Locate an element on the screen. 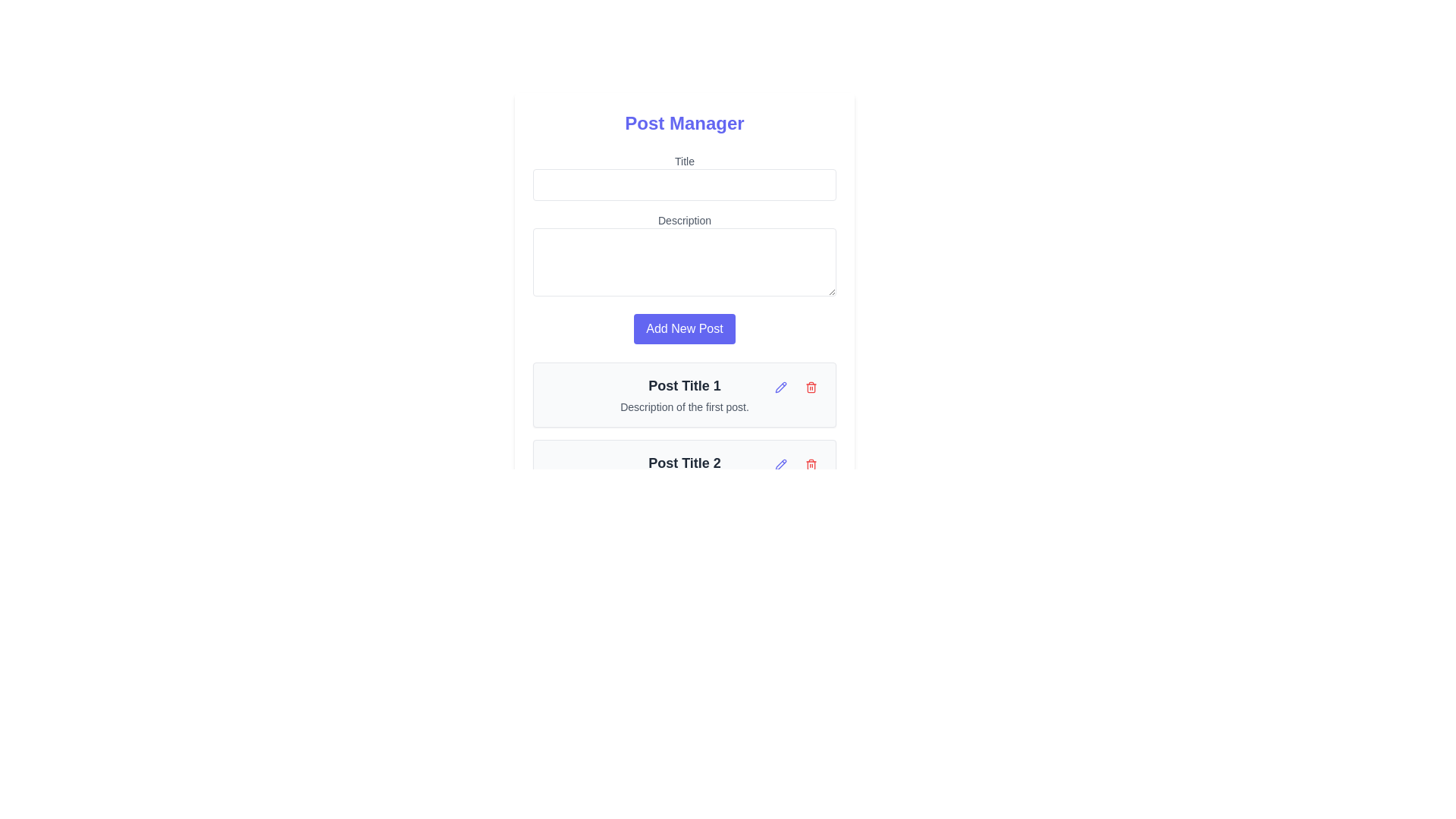 This screenshot has height=819, width=1456. the 'Add New Post' button which is styled with an indigo background and white text, located at the bottom of the form is located at coordinates (683, 328).